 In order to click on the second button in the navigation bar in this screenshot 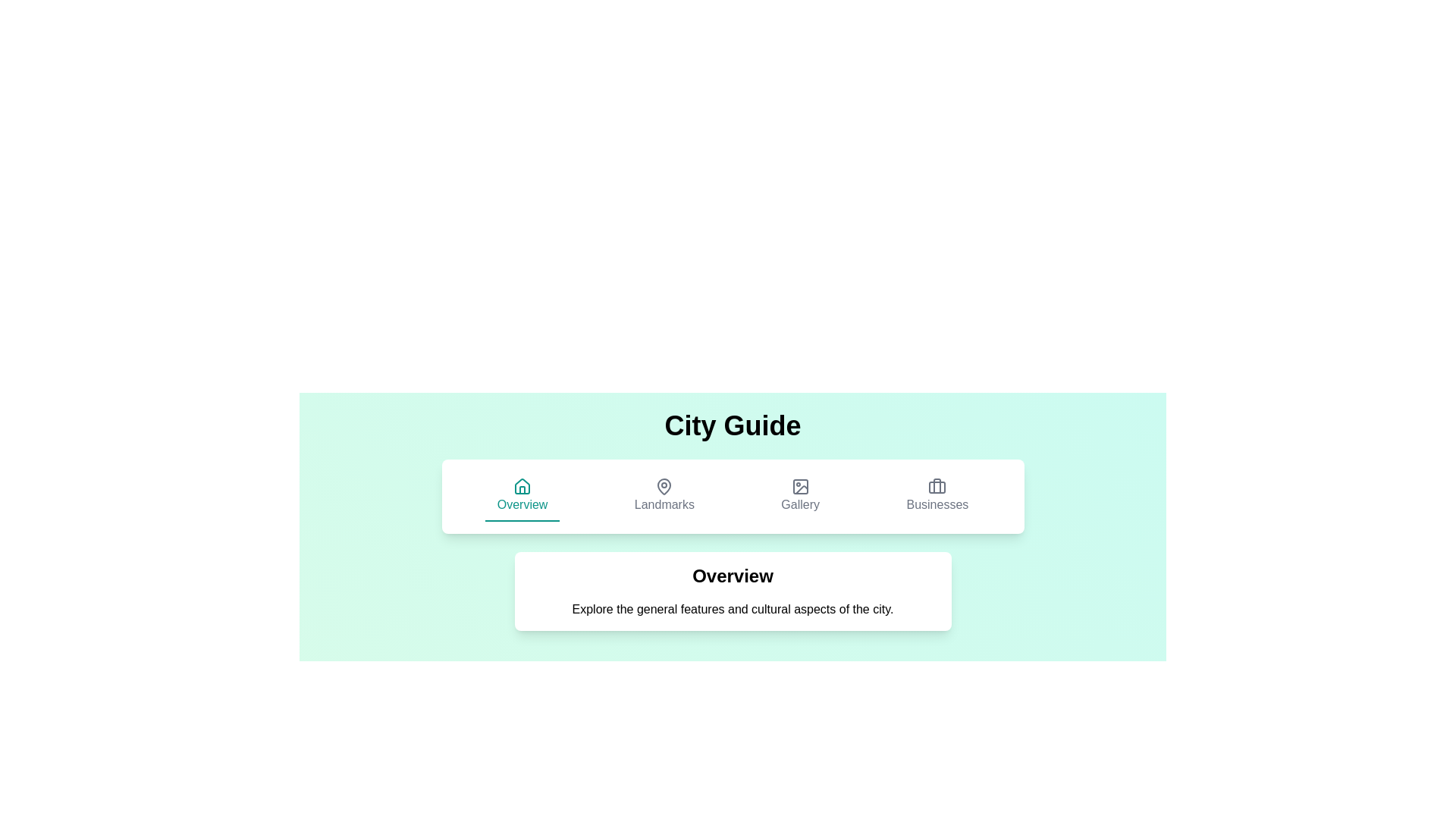, I will do `click(664, 497)`.